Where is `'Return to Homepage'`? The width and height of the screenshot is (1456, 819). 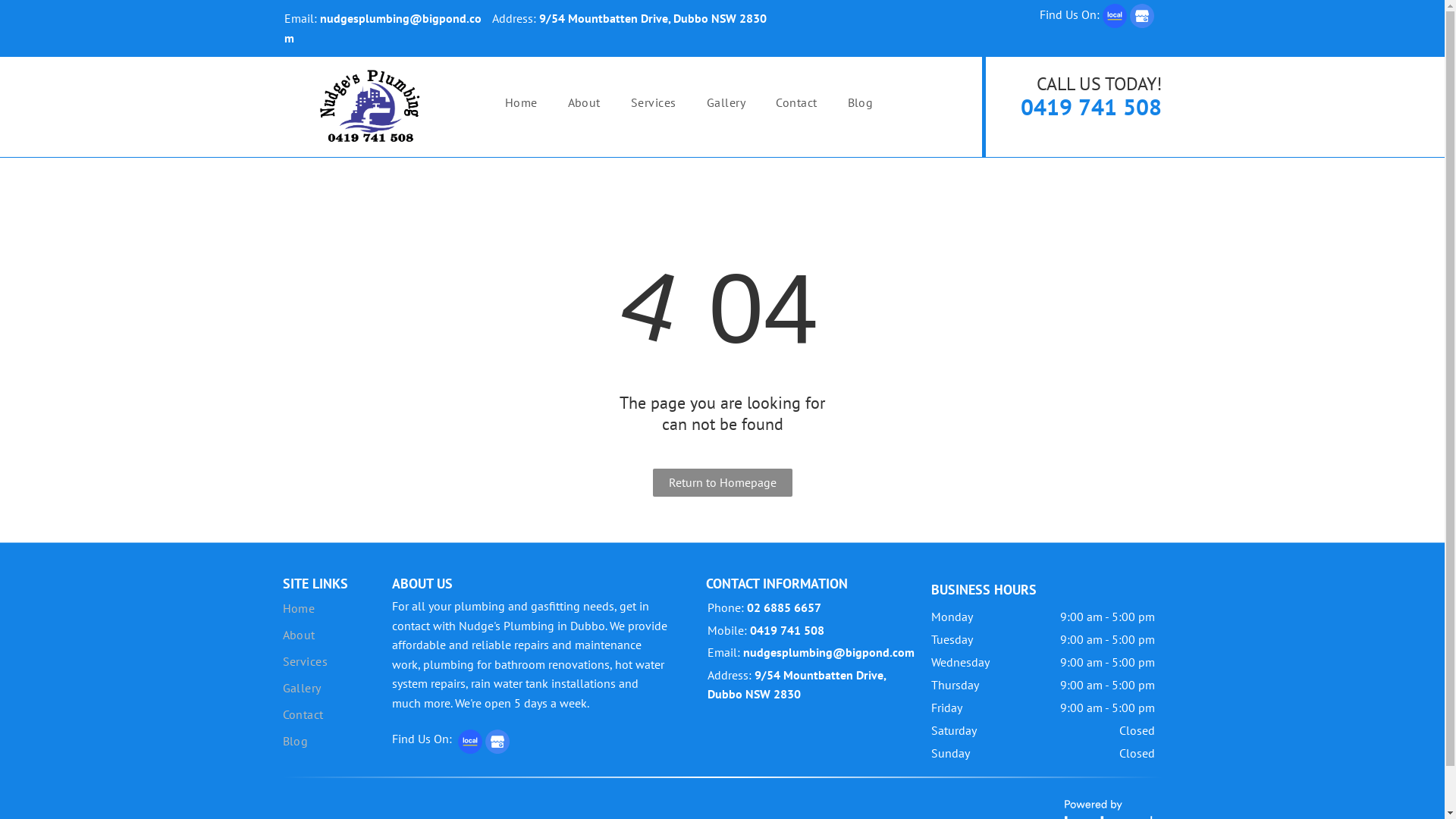 'Return to Homepage' is located at coordinates (720, 482).